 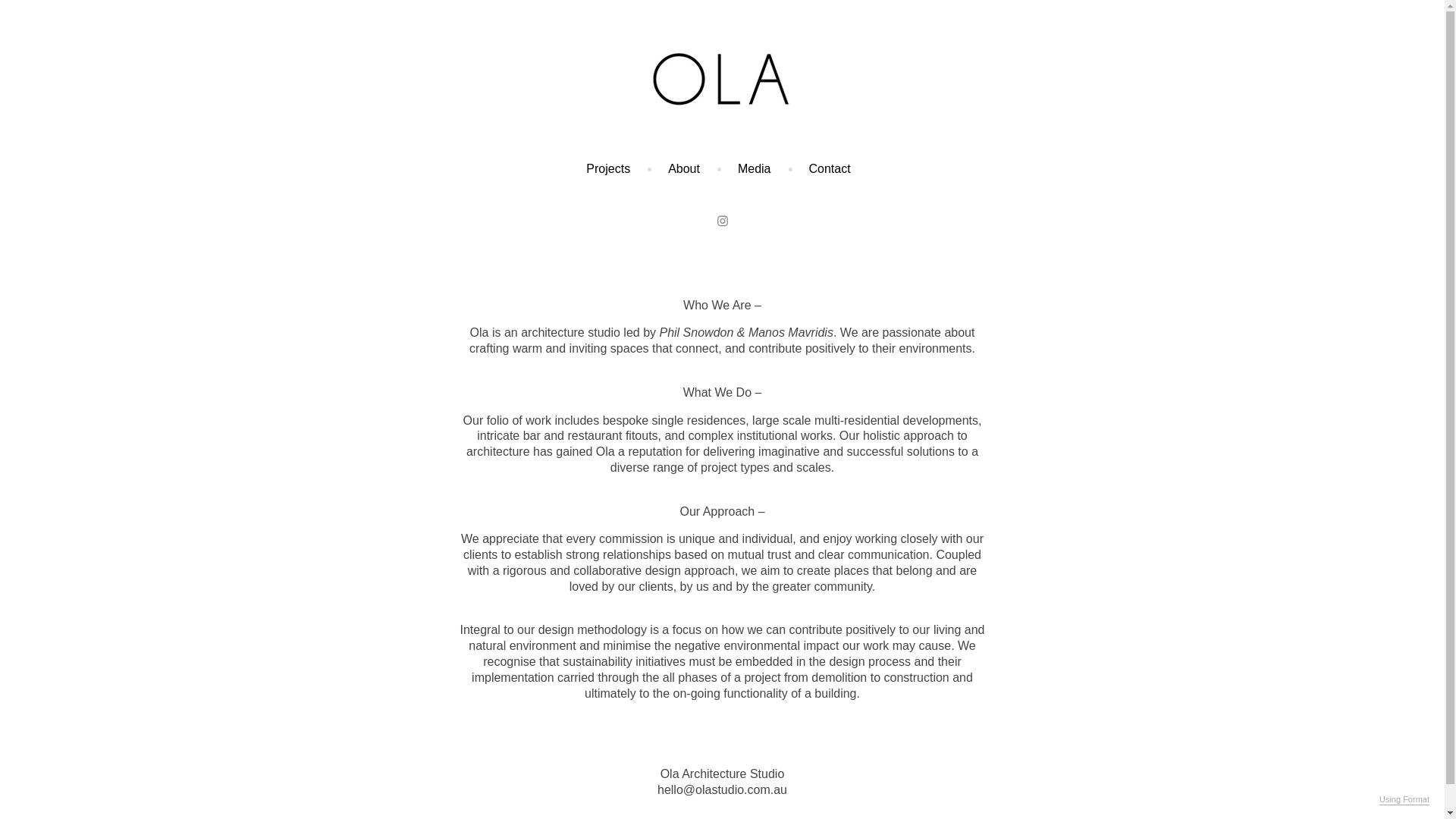 I want to click on 'hello@olastudio.com.au', so click(x=721, y=789).